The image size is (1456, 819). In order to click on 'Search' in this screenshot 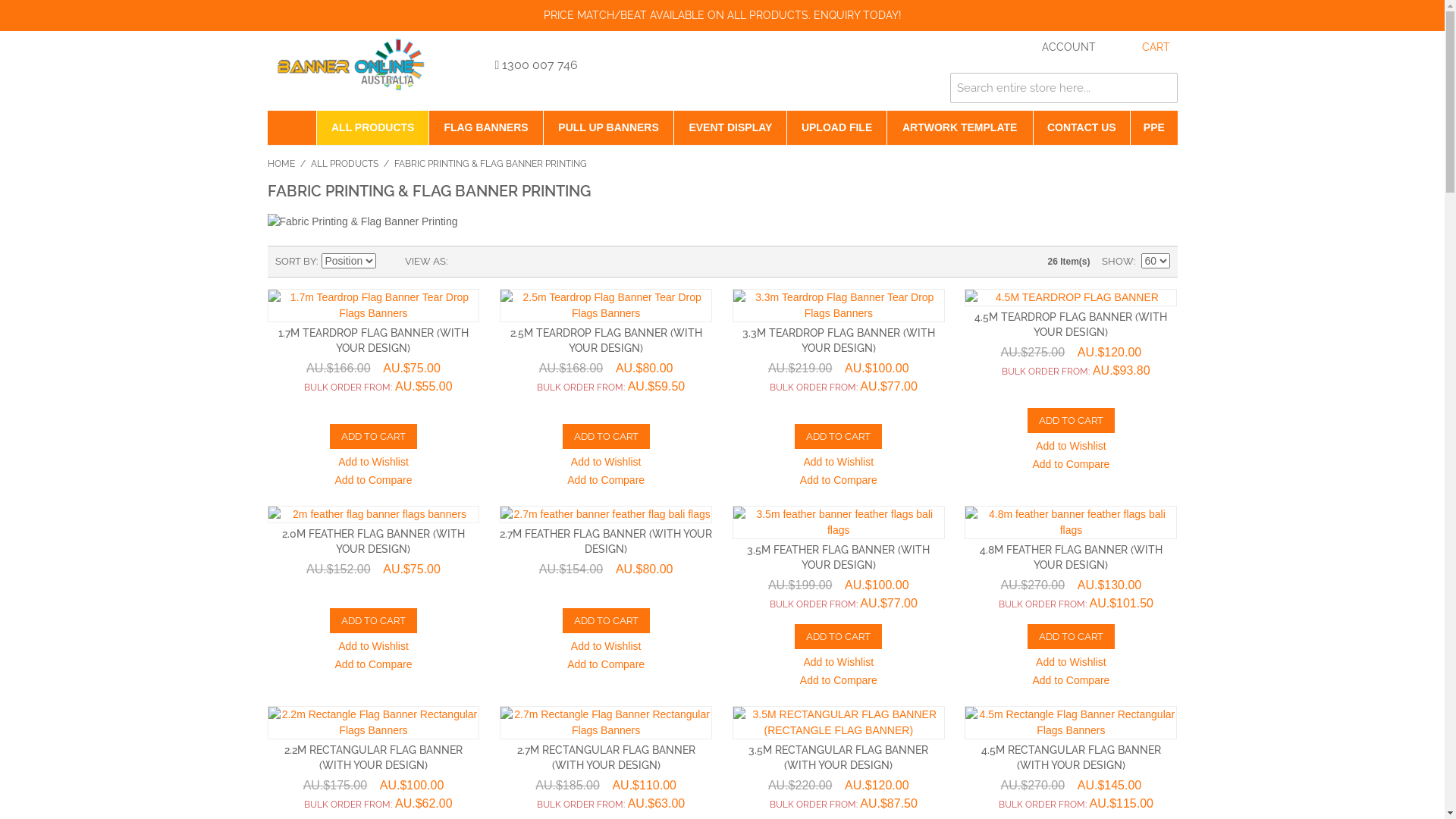, I will do `click(1160, 87)`.